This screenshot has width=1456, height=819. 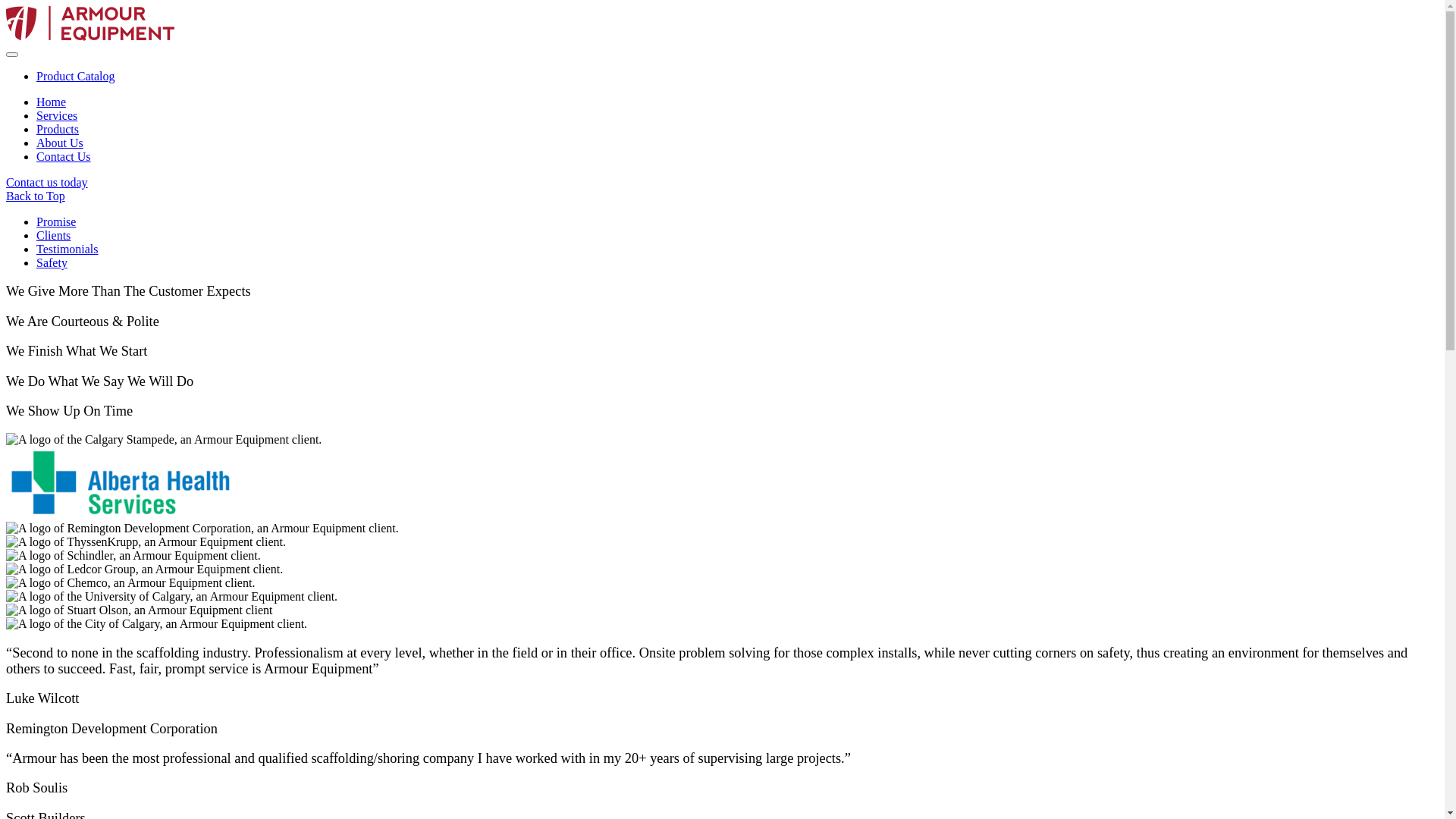 What do you see at coordinates (53, 235) in the screenshot?
I see `'Clients'` at bounding box center [53, 235].